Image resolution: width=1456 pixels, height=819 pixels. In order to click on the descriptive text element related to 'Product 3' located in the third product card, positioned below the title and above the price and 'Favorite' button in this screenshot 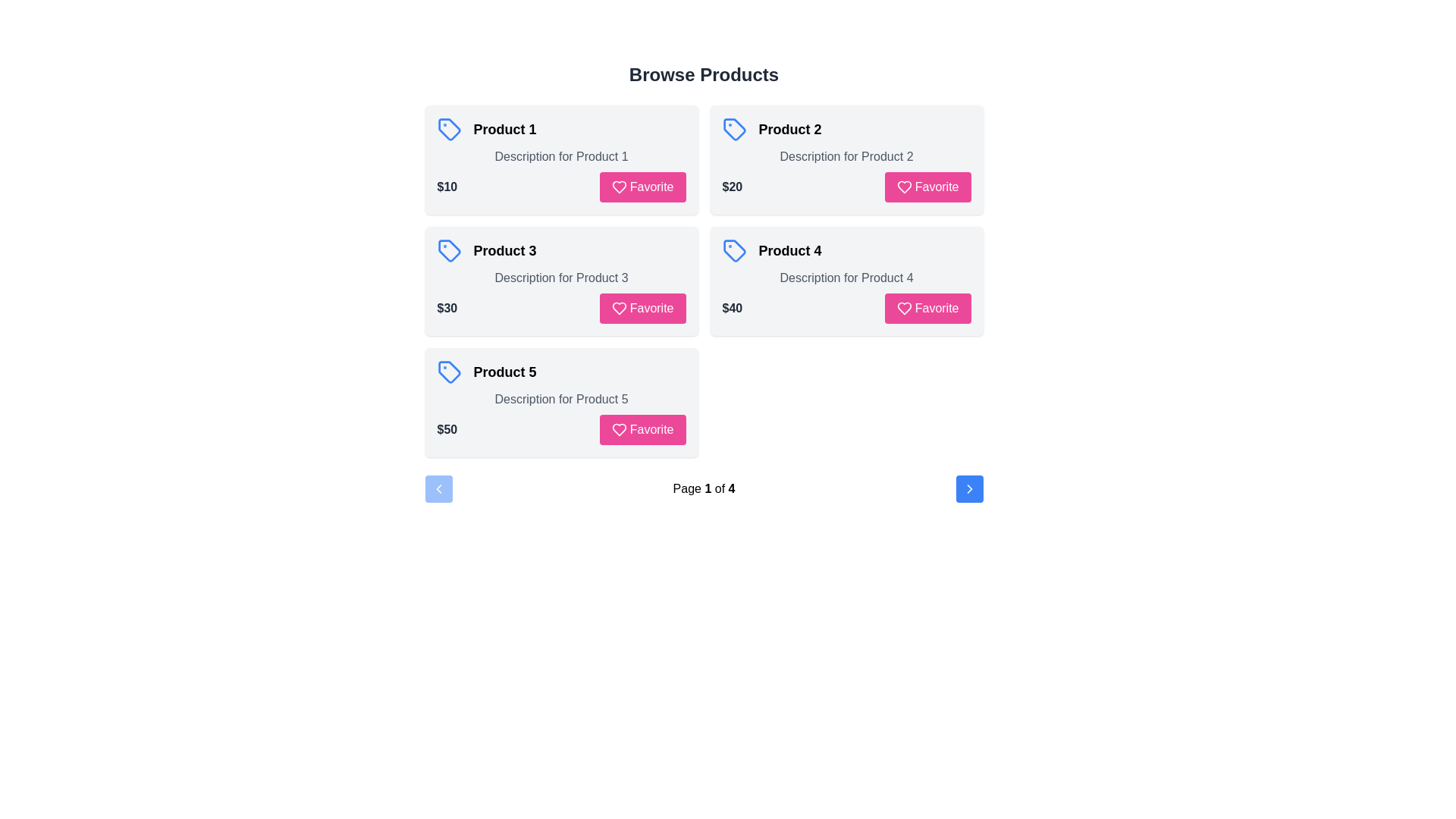, I will do `click(560, 278)`.